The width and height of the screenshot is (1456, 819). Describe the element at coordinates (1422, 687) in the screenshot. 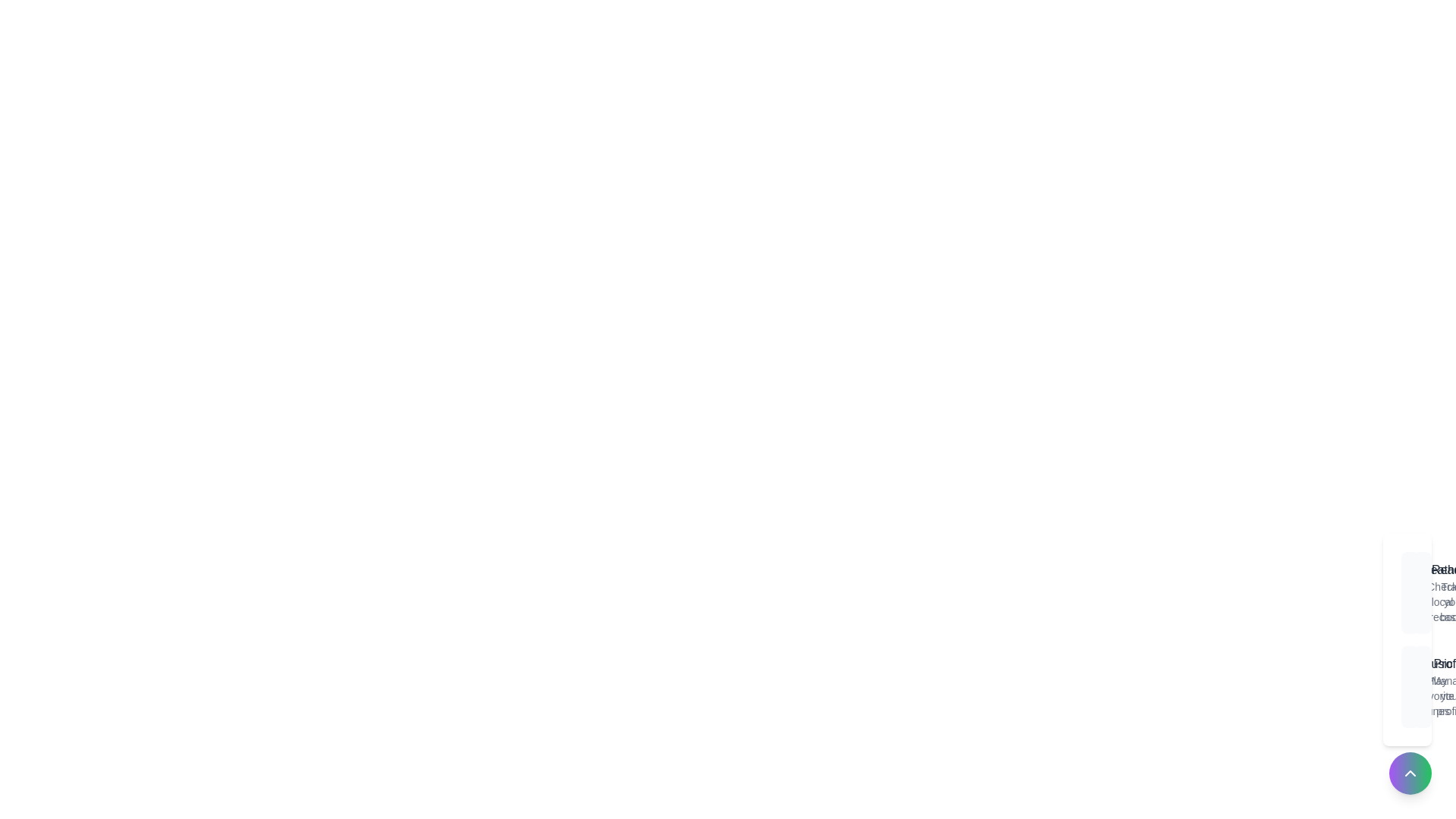

I see `the element labeled Profile to observe its hover effect` at that location.